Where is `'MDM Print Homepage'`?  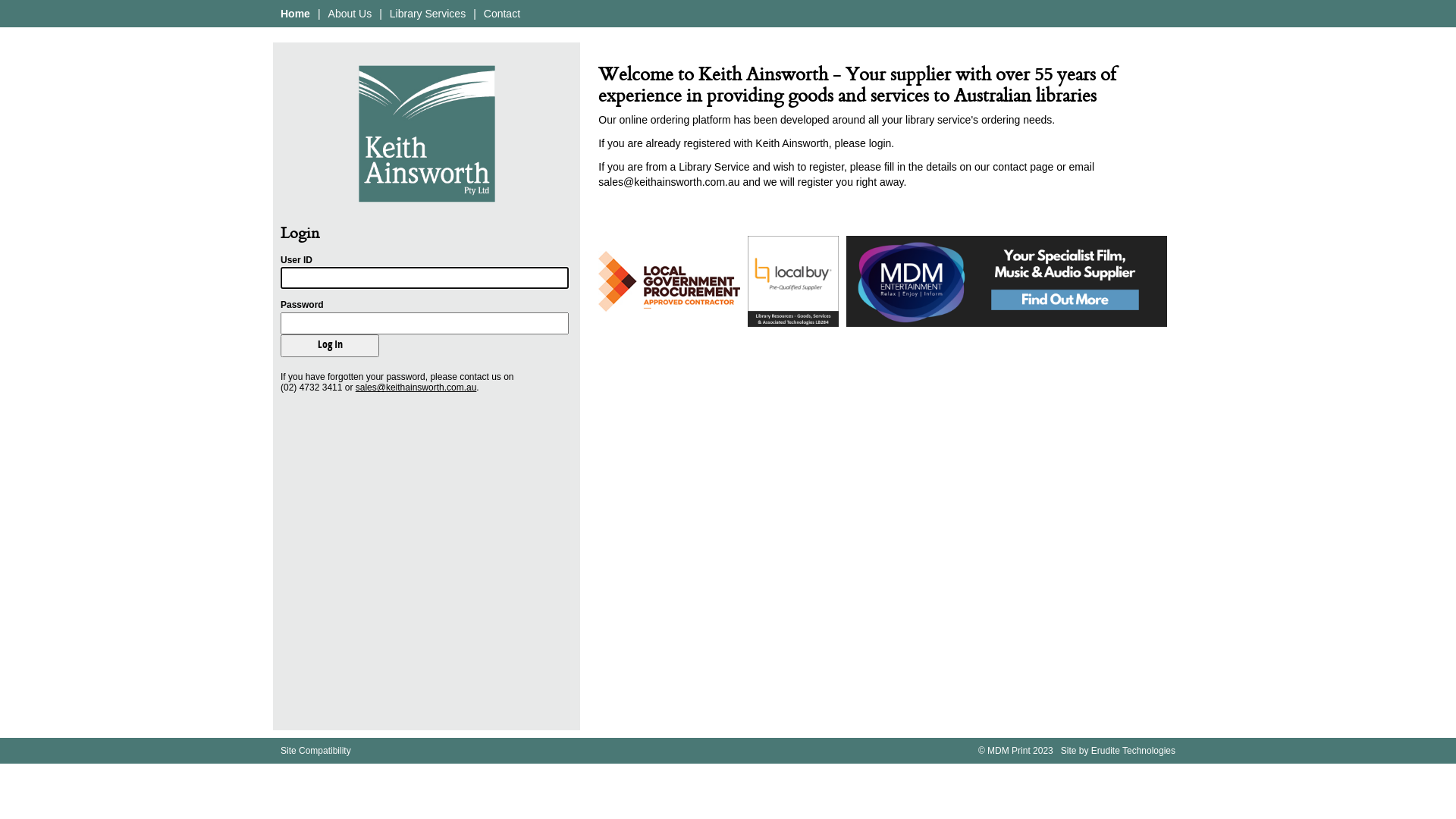
'MDM Print Homepage' is located at coordinates (425, 133).